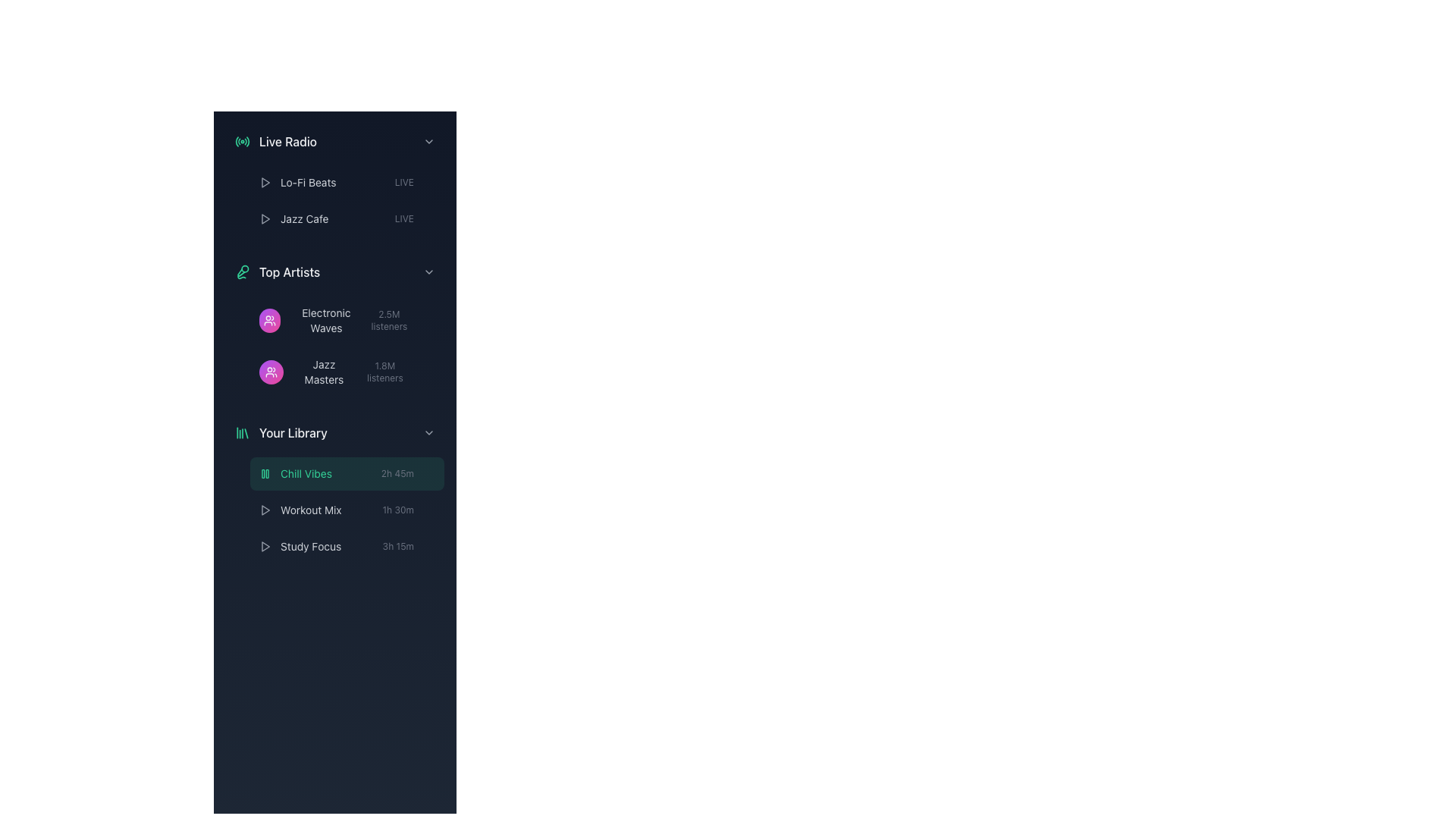  What do you see at coordinates (384, 372) in the screenshot?
I see `the text label displaying '1.8M listeners' located in the 'Top Artists' section, aligned to the right side of the 'Jazz Masters' row` at bounding box center [384, 372].